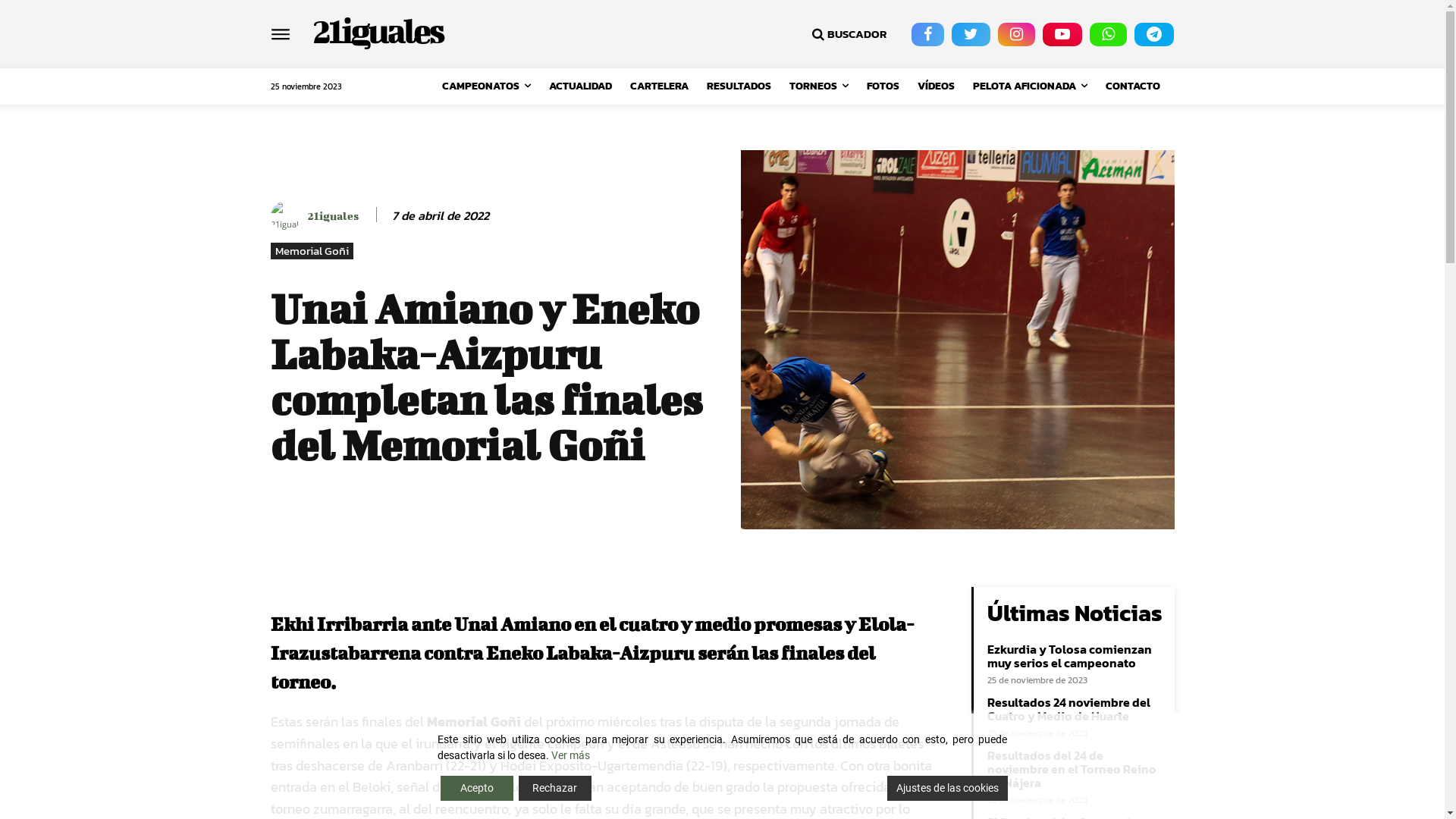 This screenshot has height=819, width=1456. Describe the element at coordinates (1068, 708) in the screenshot. I see `'Resultados 24 noviembre del Cuatro y Medio de Huarte'` at that location.